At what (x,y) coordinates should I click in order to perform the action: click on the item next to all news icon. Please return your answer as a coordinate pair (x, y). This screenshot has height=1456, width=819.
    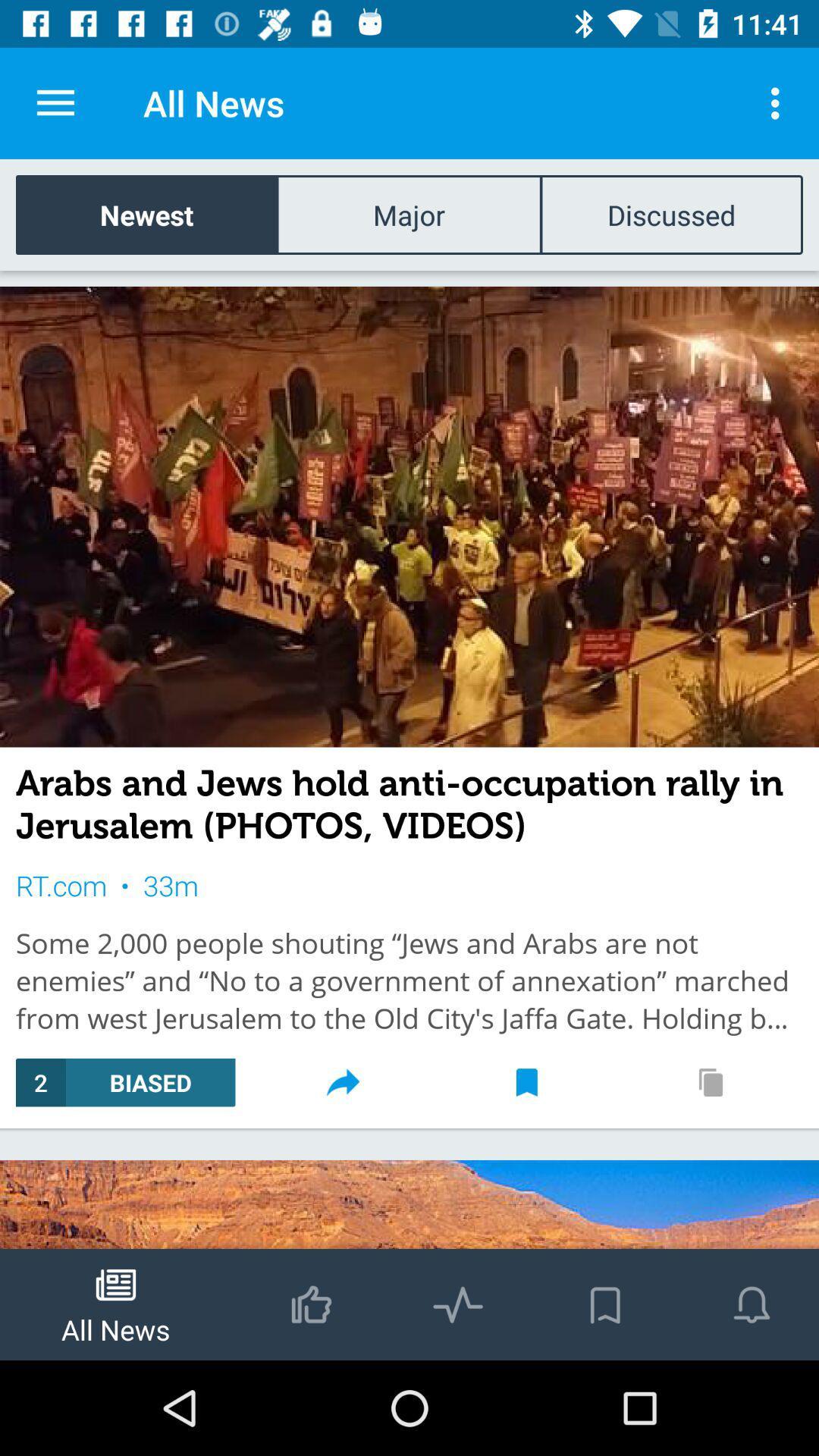
    Looking at the image, I should click on (55, 102).